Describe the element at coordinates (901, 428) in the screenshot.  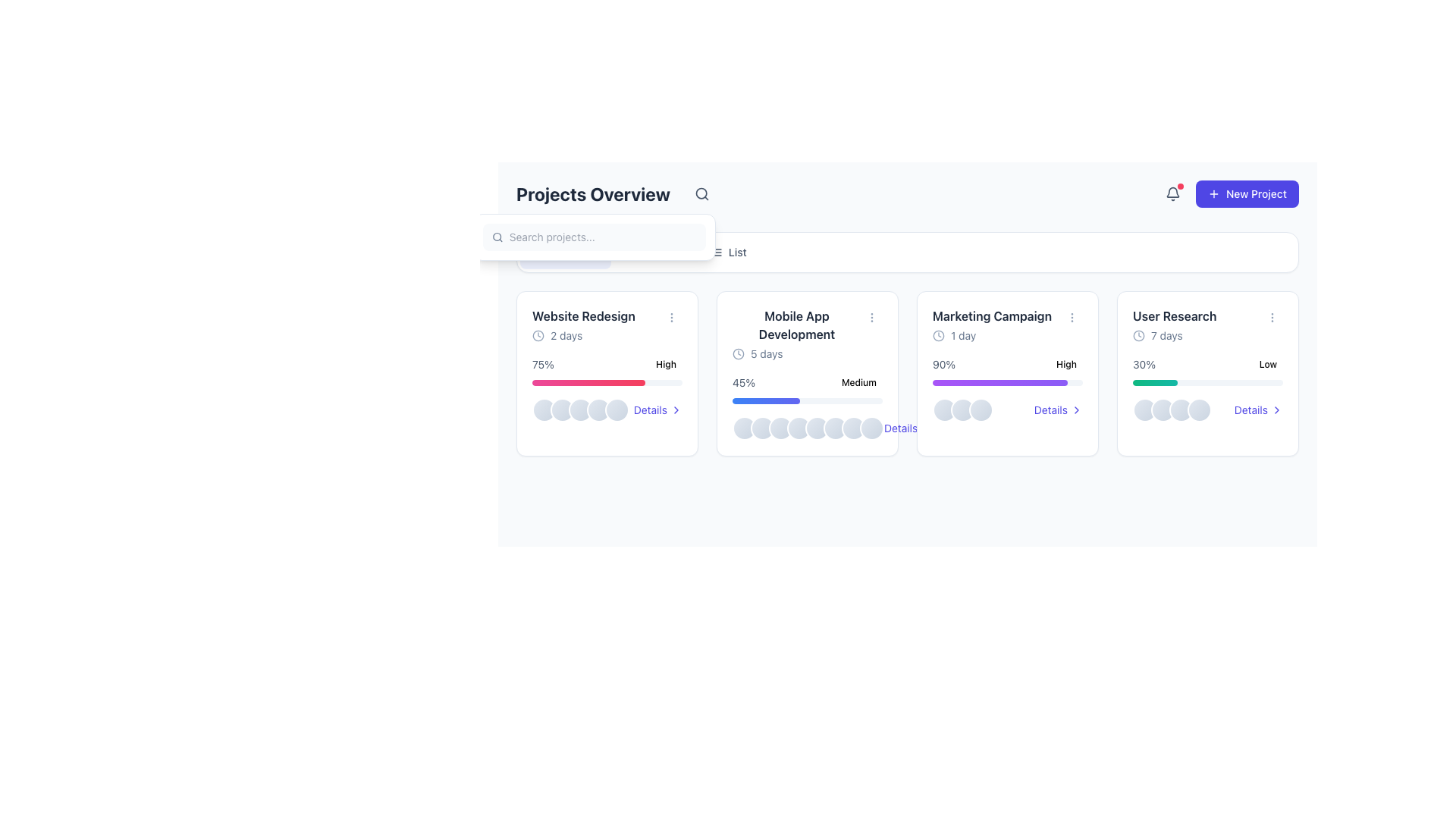
I see `the text link located in the 'Details' section of the 'Mobile App Development' card` at that location.